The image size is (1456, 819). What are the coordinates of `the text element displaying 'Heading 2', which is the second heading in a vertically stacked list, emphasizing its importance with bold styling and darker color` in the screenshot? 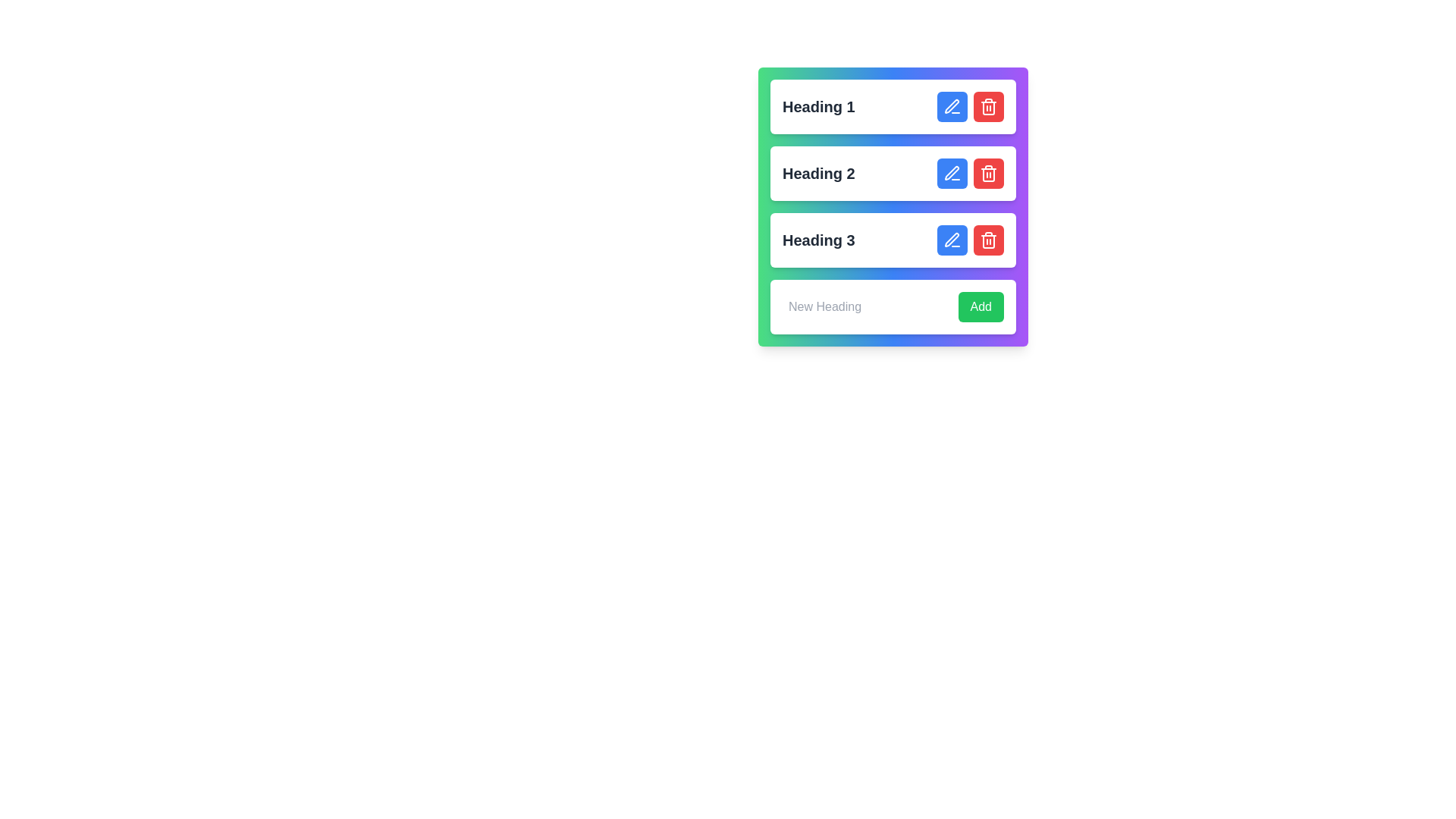 It's located at (817, 172).